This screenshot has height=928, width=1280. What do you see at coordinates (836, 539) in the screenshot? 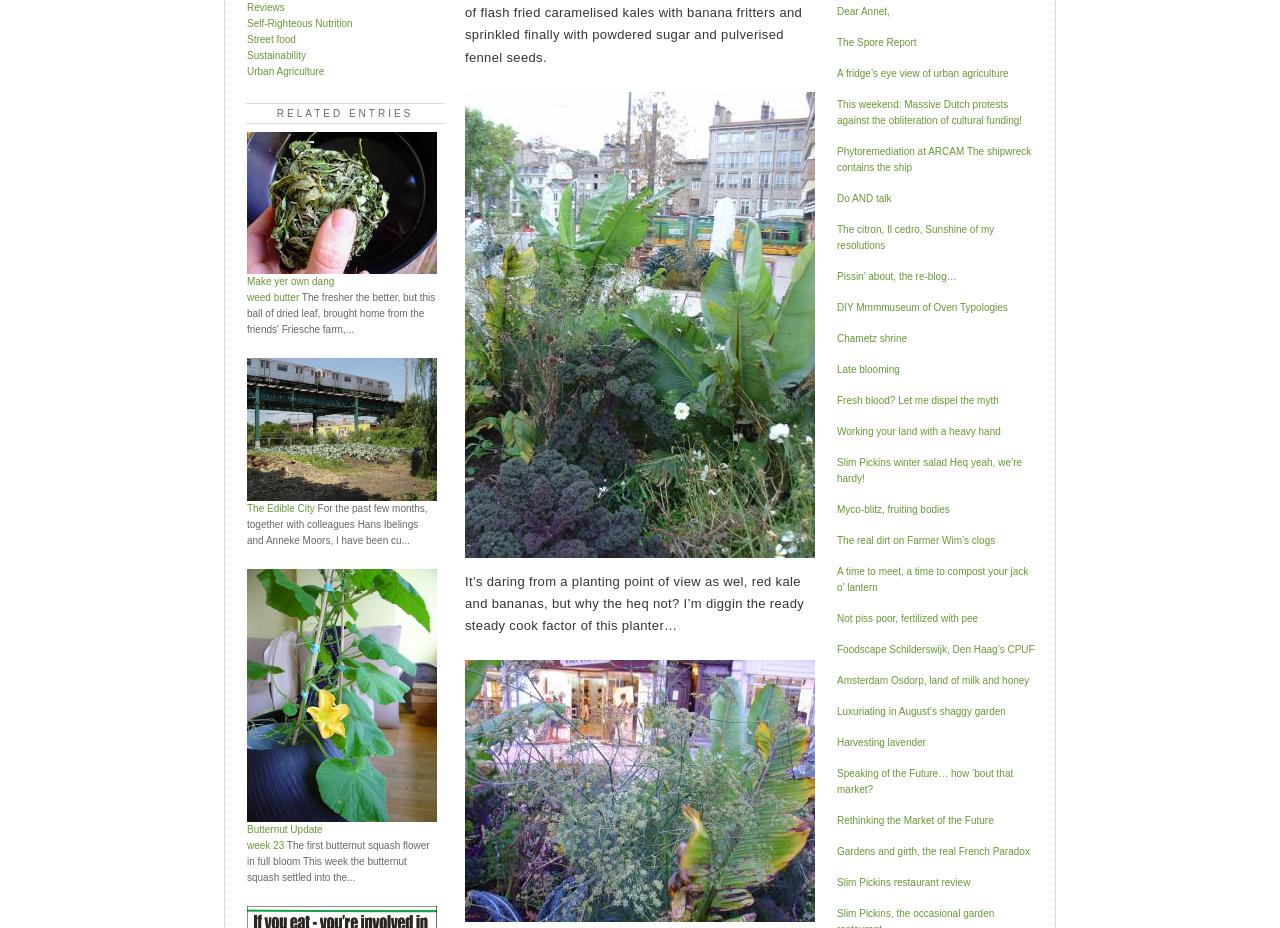
I see `'The real dirt on Farmer Wim’s clogs'` at bounding box center [836, 539].